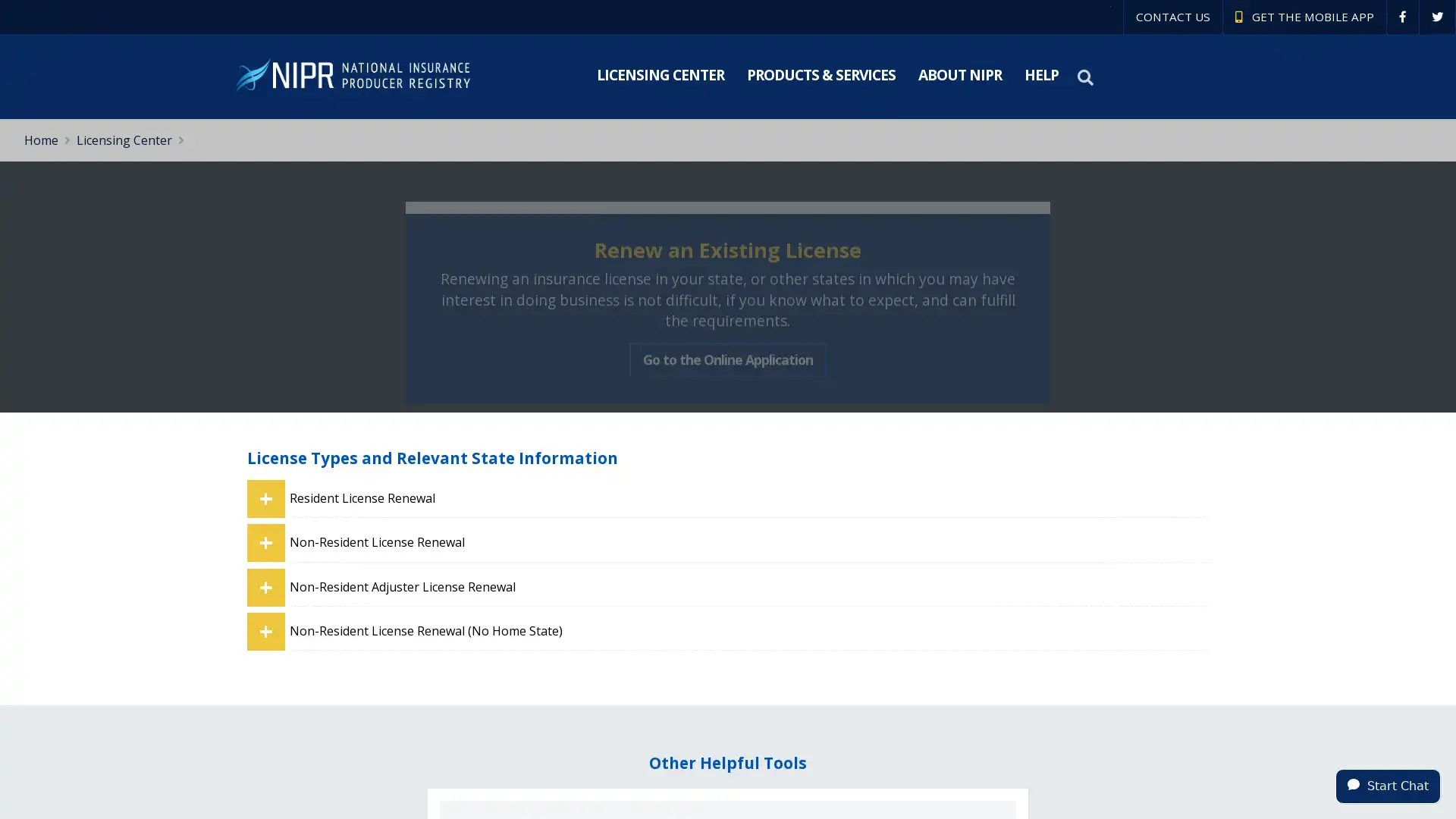  I want to click on Search NIPR, so click(1087, 77).